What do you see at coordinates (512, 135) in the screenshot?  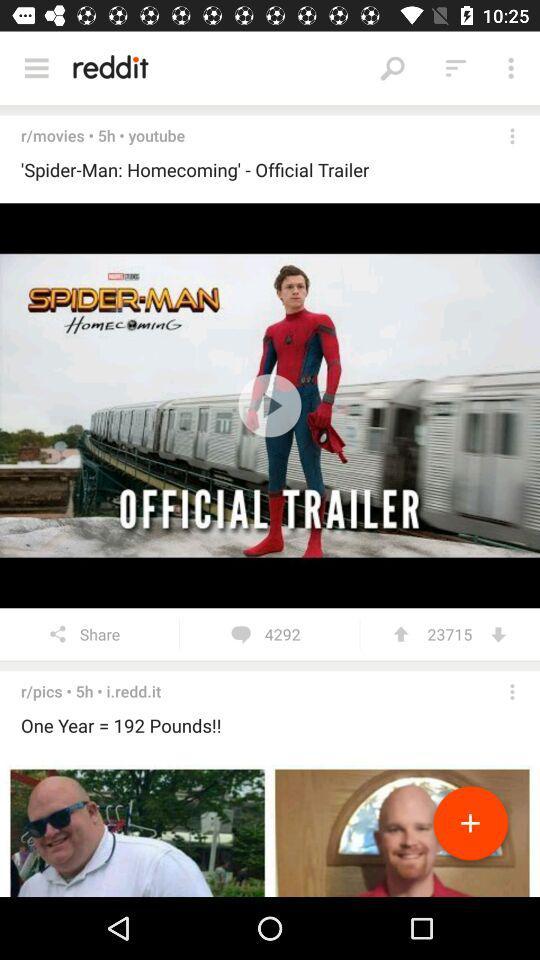 I see `open menu settings` at bounding box center [512, 135].